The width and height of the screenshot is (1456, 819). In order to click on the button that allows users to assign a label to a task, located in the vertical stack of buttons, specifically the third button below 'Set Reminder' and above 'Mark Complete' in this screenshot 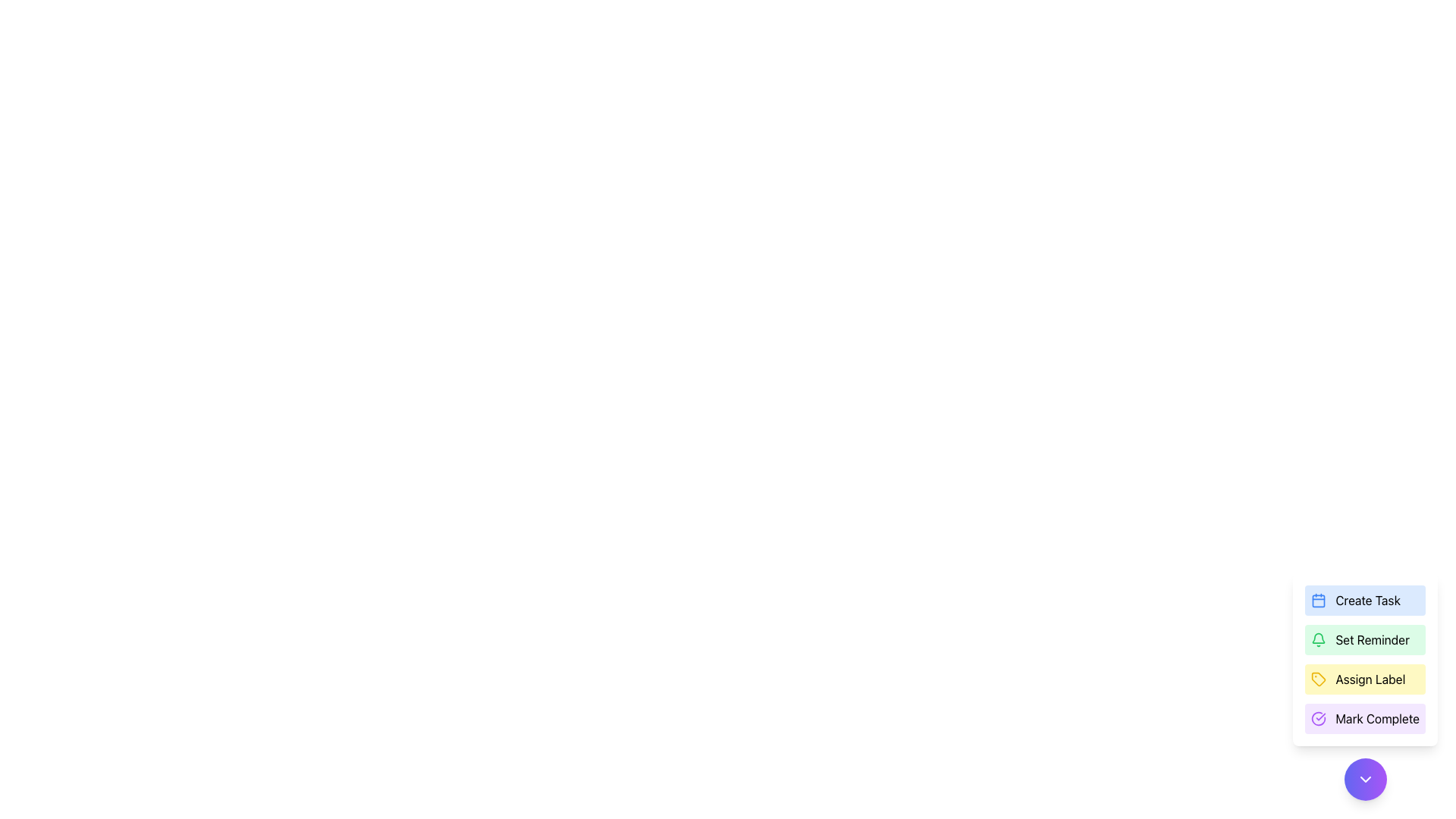, I will do `click(1365, 678)`.